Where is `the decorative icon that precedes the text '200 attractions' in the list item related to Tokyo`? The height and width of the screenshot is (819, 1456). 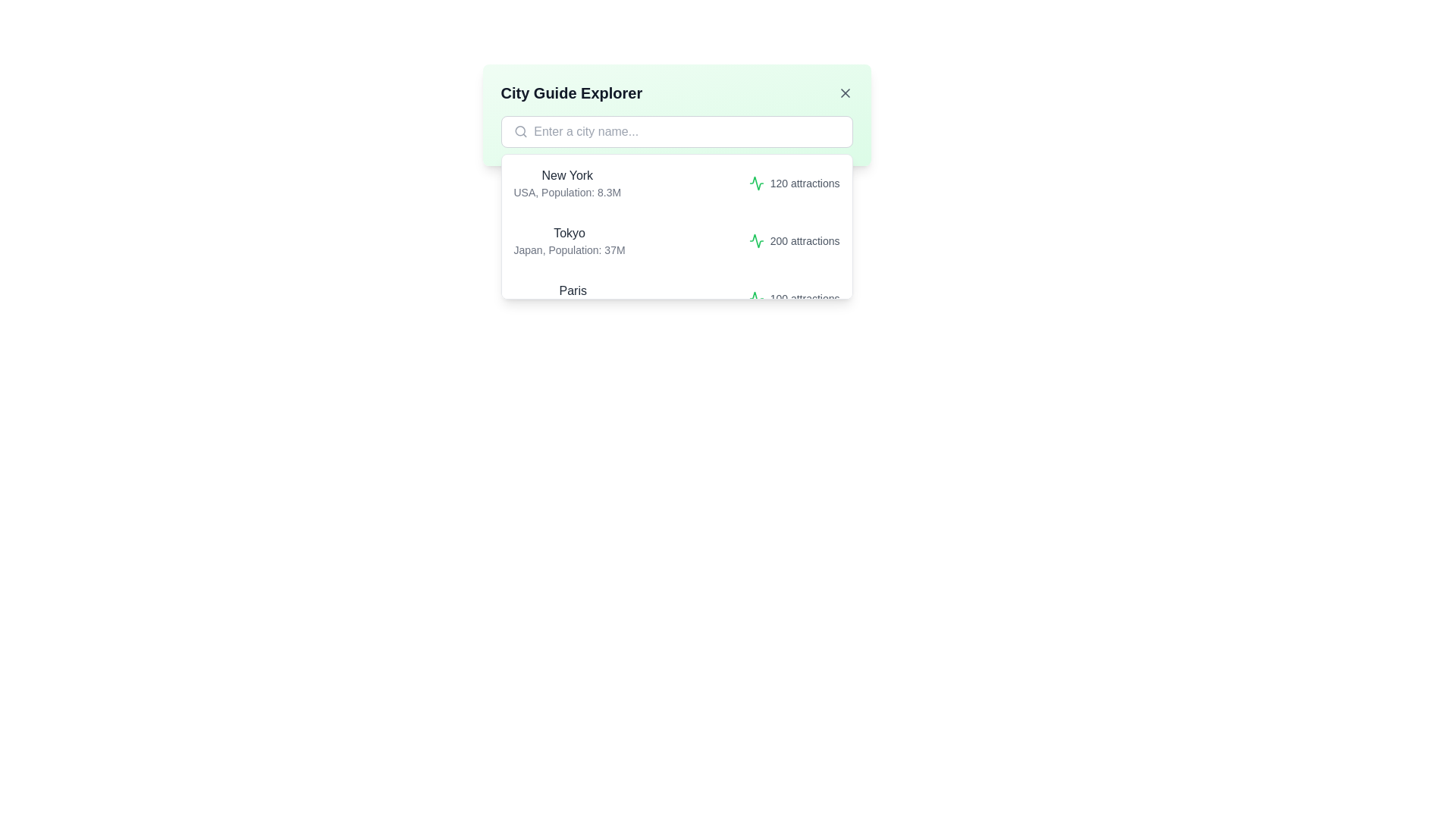
the decorative icon that precedes the text '200 attractions' in the list item related to Tokyo is located at coordinates (756, 240).